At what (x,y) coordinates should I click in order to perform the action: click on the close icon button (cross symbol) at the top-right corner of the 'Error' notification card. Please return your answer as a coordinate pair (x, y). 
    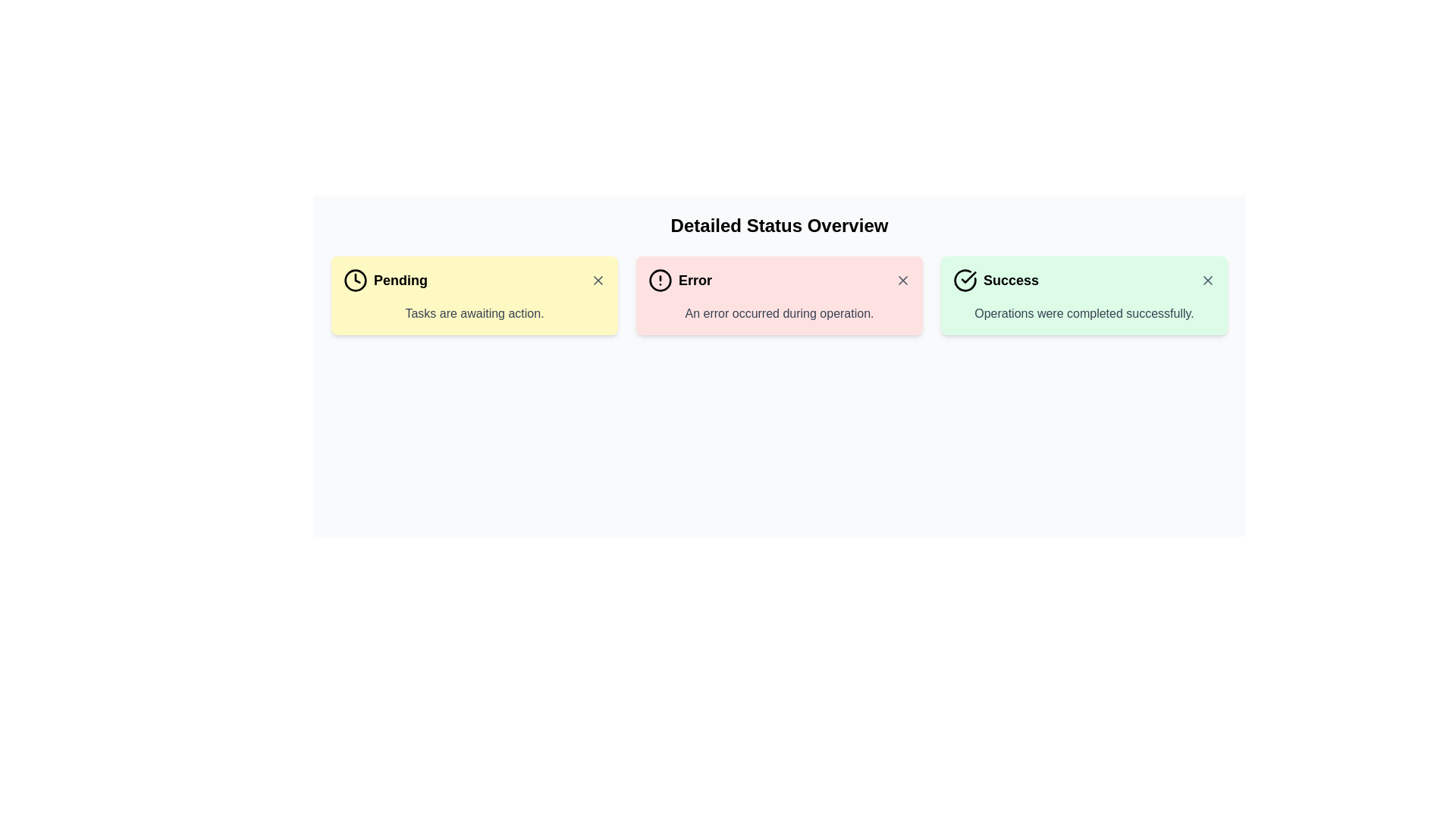
    Looking at the image, I should click on (902, 281).